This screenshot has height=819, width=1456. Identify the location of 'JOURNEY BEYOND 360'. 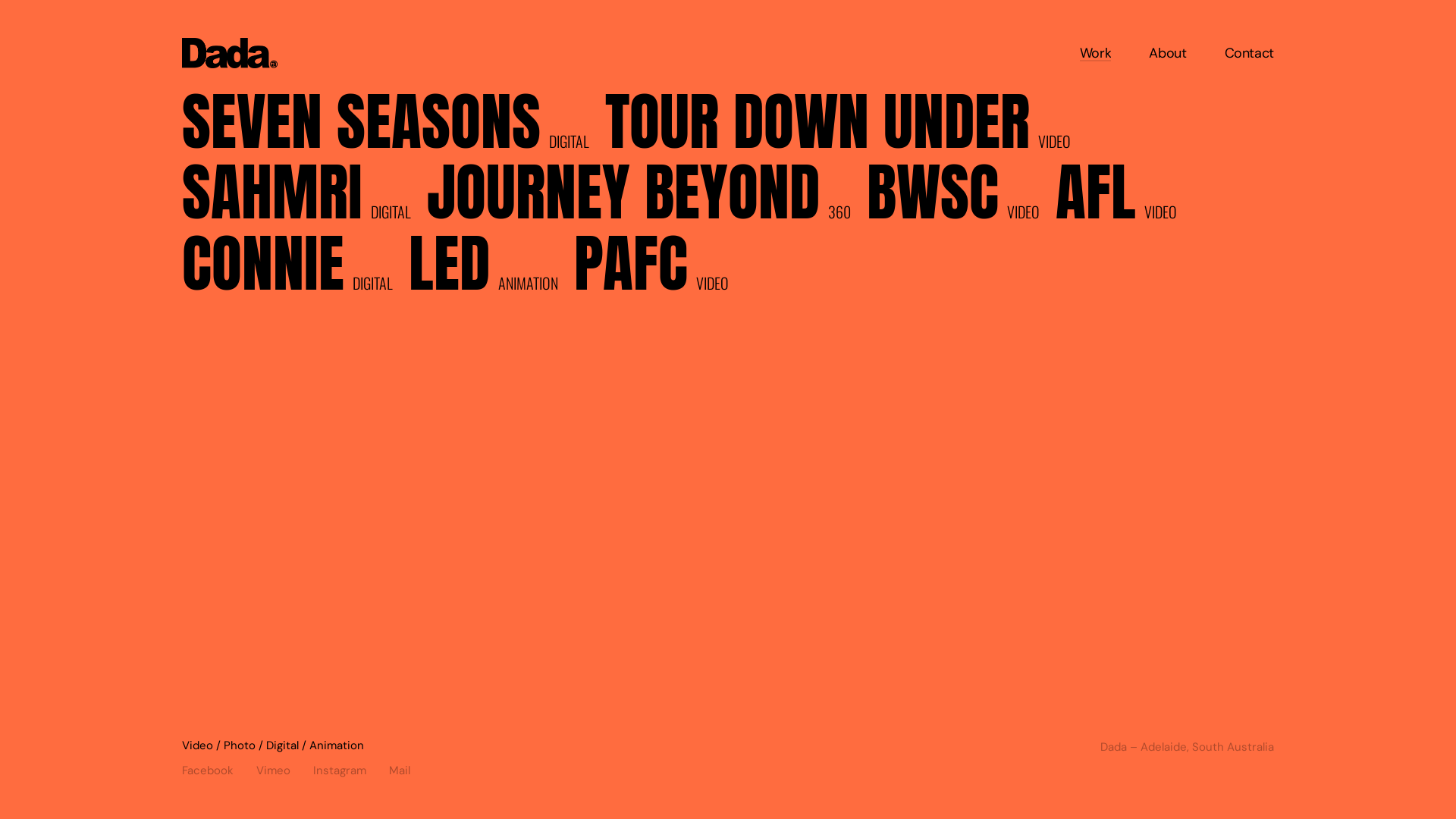
(425, 197).